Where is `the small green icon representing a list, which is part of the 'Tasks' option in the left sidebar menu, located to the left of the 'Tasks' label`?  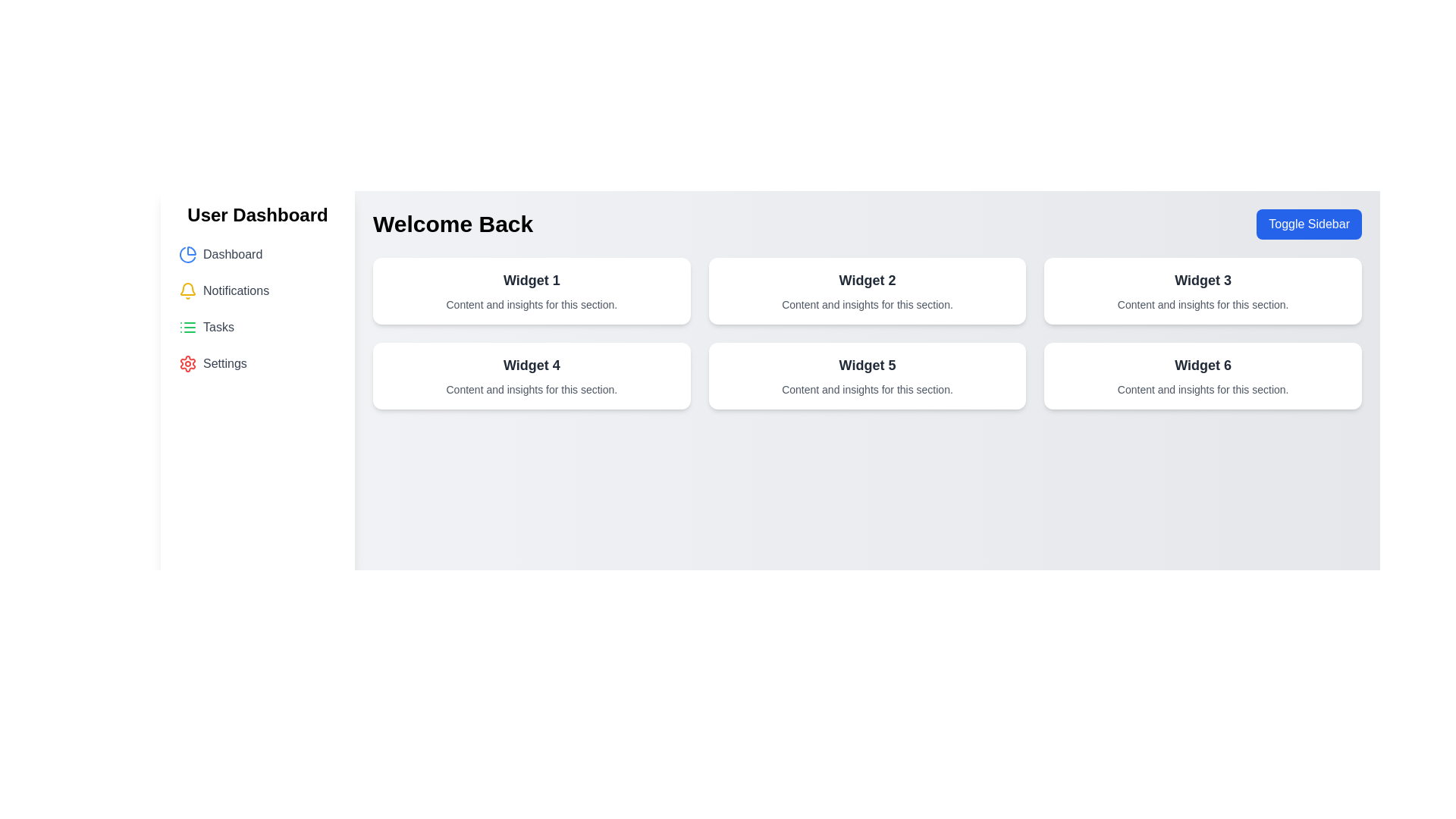 the small green icon representing a list, which is part of the 'Tasks' option in the left sidebar menu, located to the left of the 'Tasks' label is located at coordinates (187, 327).